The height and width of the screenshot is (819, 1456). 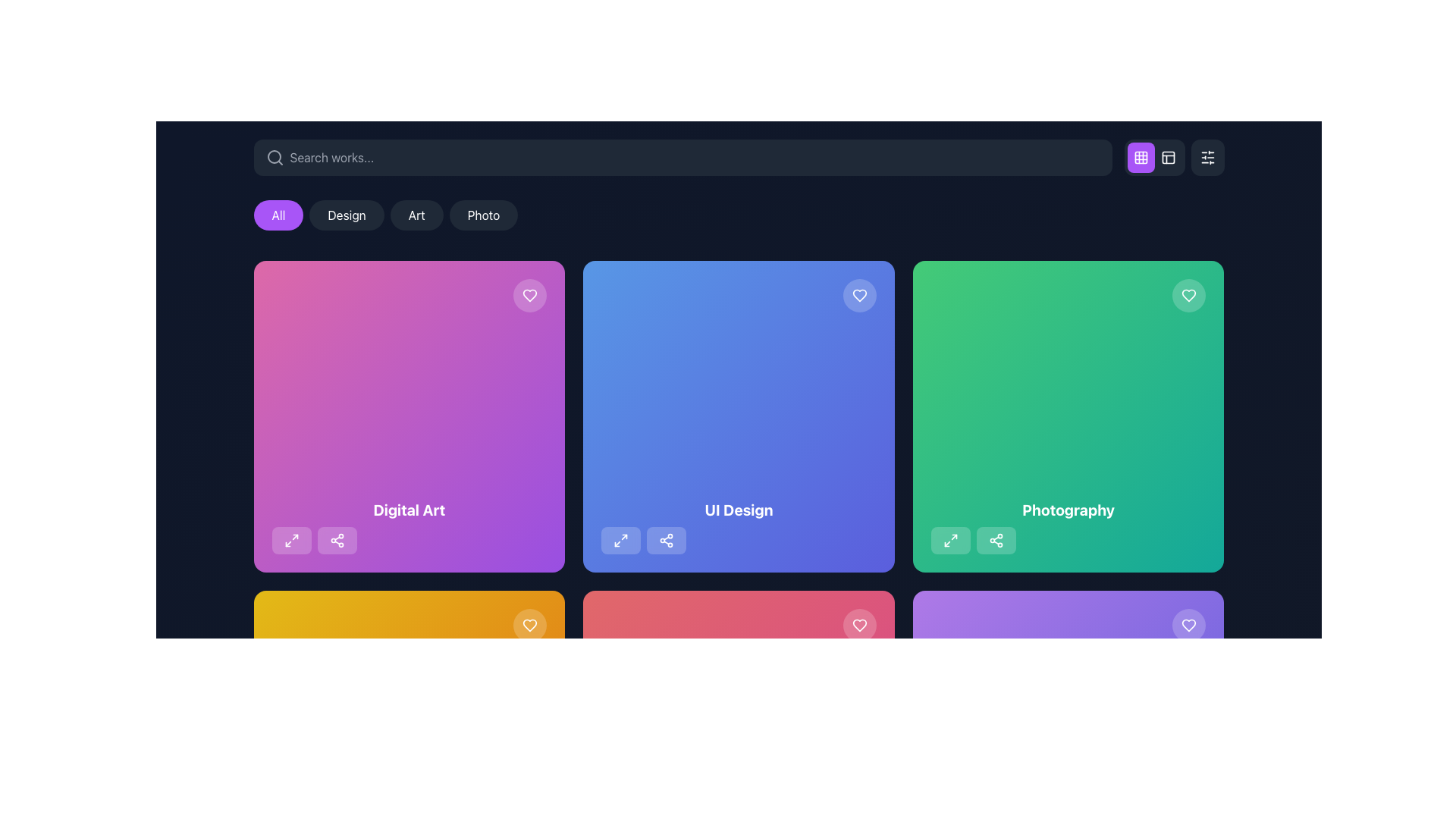 What do you see at coordinates (1188, 625) in the screenshot?
I see `the heart icon within the circular button on the top-right corner of the purple card labeled 'Digital Art' to mark it as a favorite` at bounding box center [1188, 625].